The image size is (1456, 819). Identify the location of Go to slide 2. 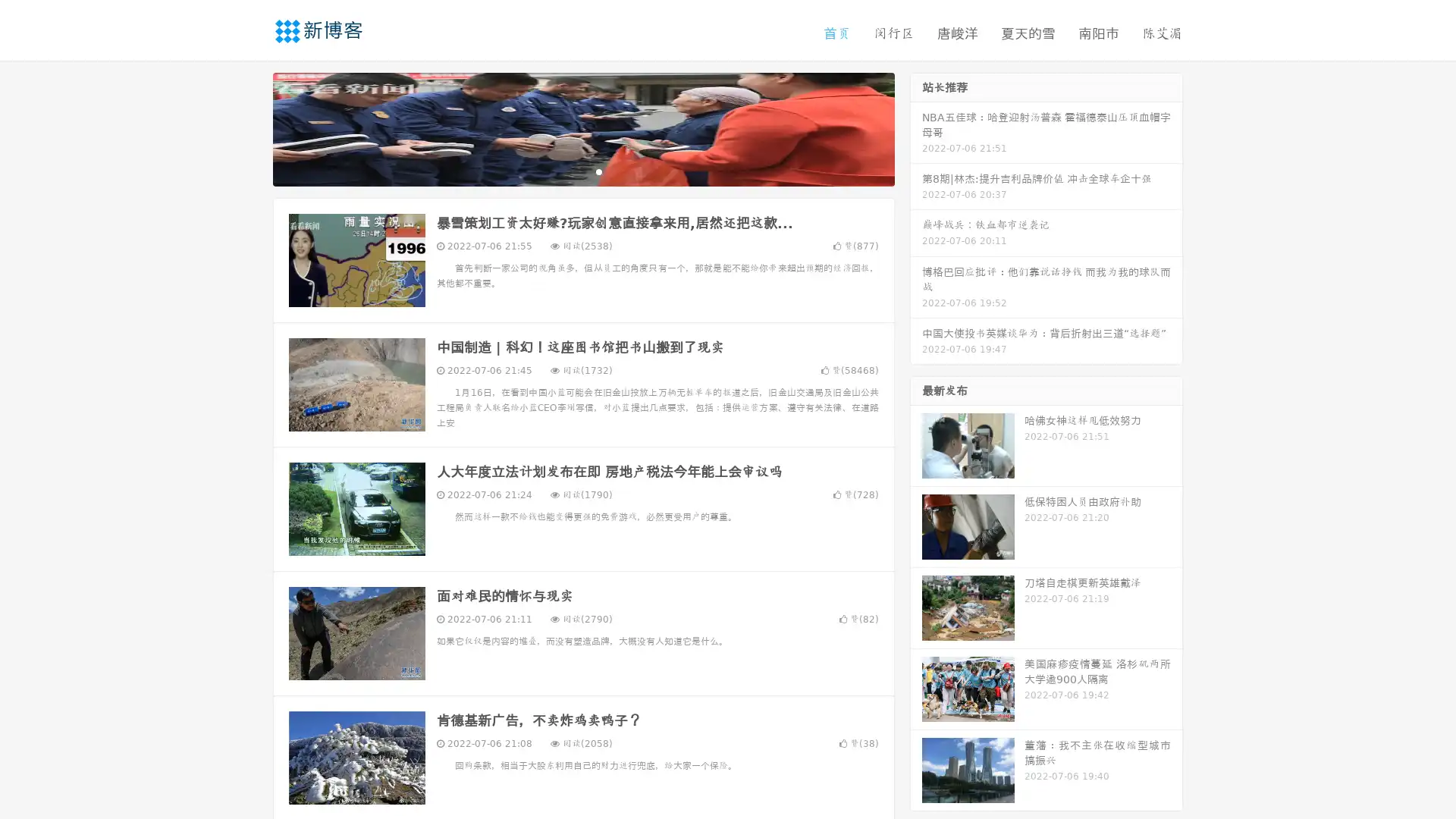
(582, 171).